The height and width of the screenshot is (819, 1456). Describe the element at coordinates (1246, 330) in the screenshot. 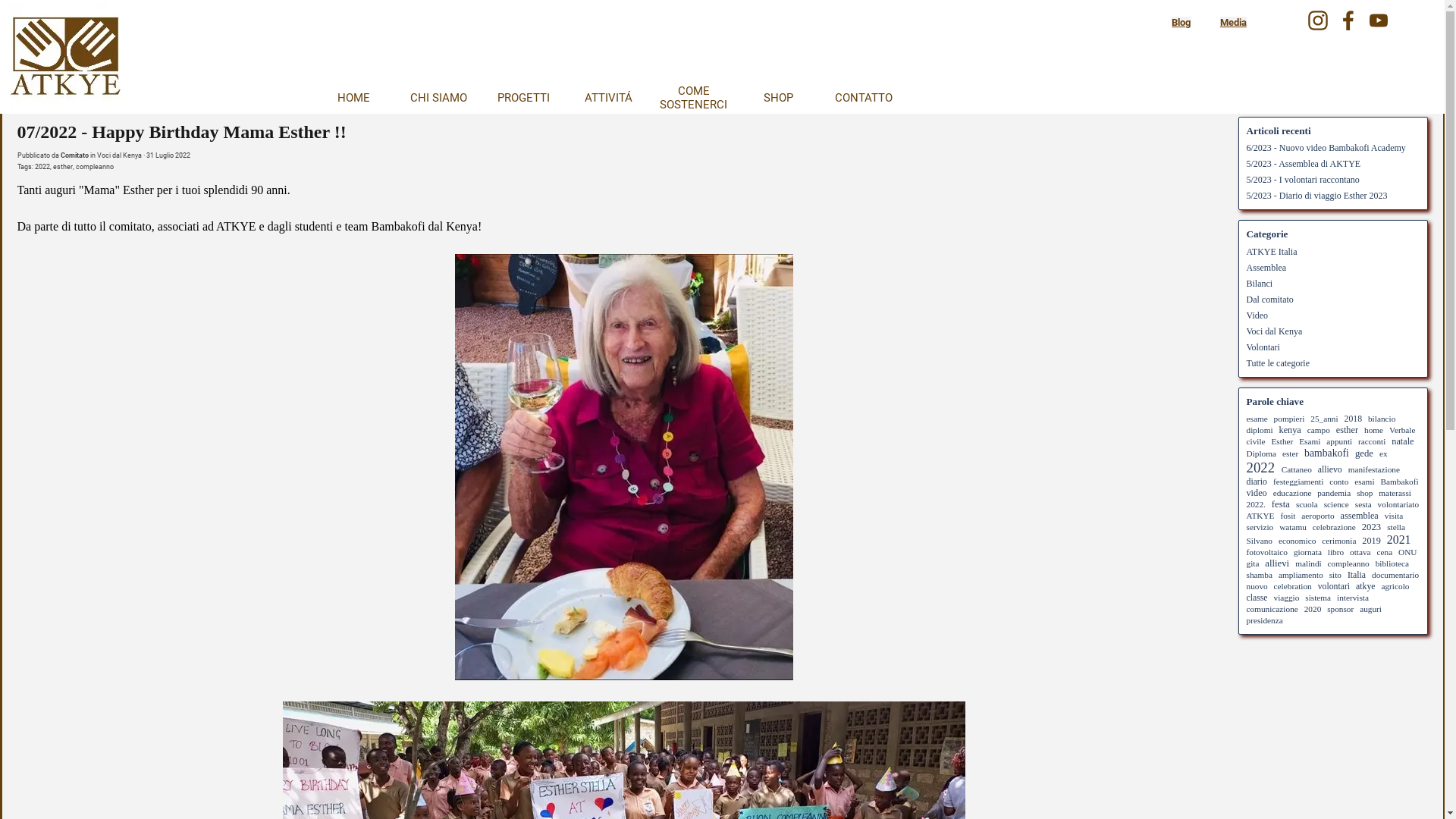

I see `'Voci dal Kenya'` at that location.